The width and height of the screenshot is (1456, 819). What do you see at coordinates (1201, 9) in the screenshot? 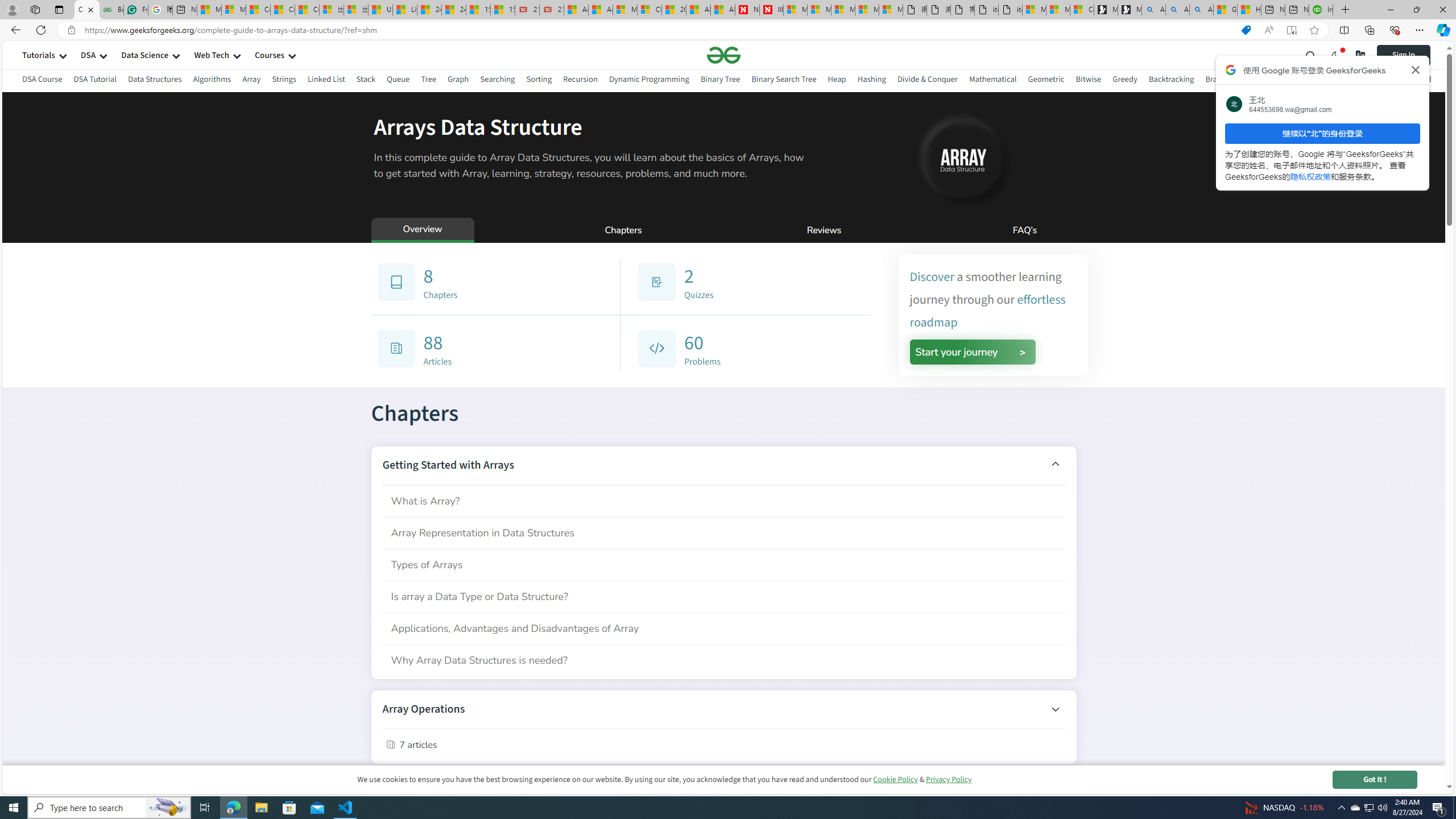
I see `'Alabama high school quarterback dies - Search Videos'` at bounding box center [1201, 9].